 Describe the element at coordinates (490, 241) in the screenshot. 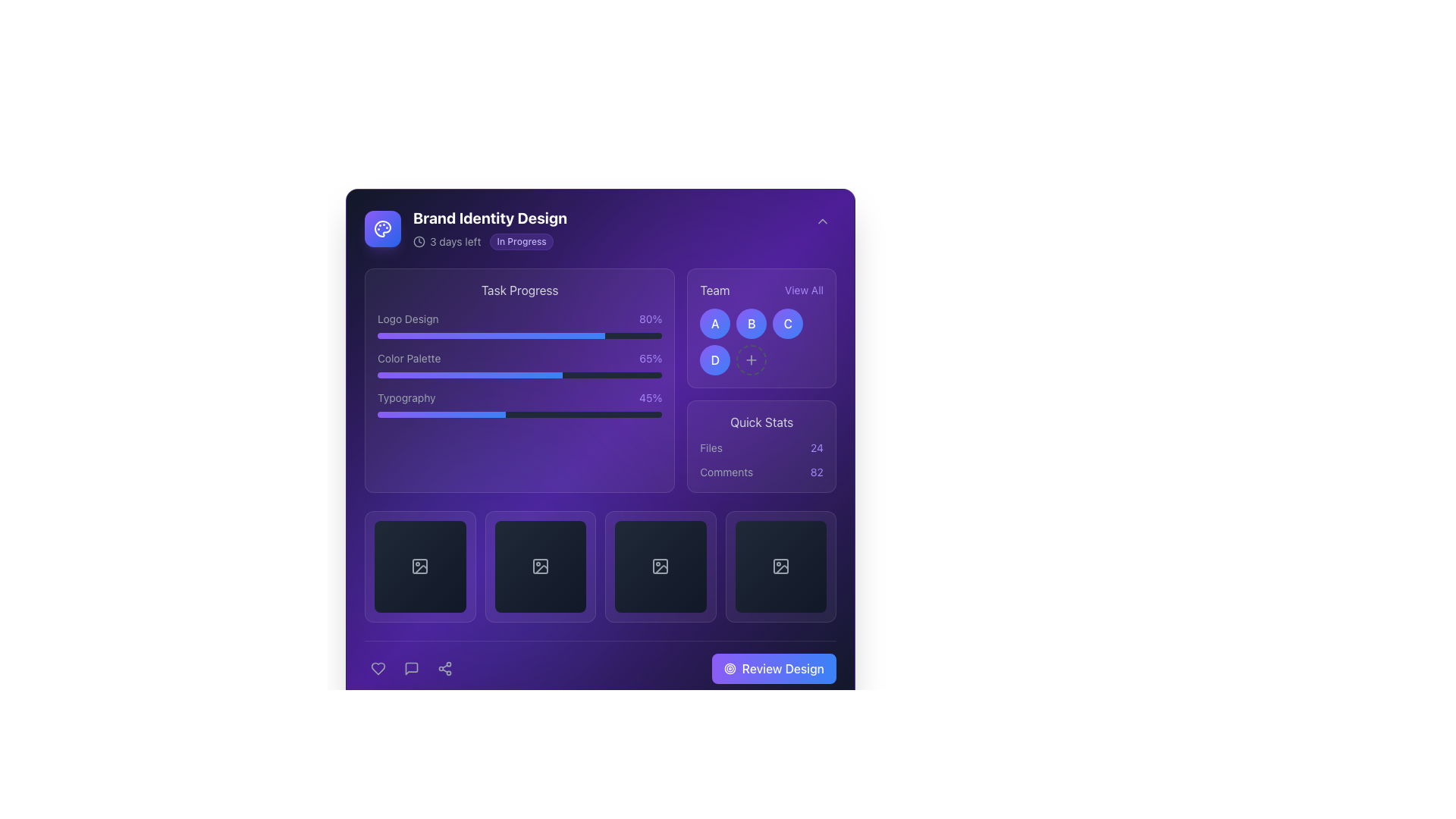

I see `the status badge labeled 'In Progress' which is displayed on the right side of the informational label indicating task status` at that location.